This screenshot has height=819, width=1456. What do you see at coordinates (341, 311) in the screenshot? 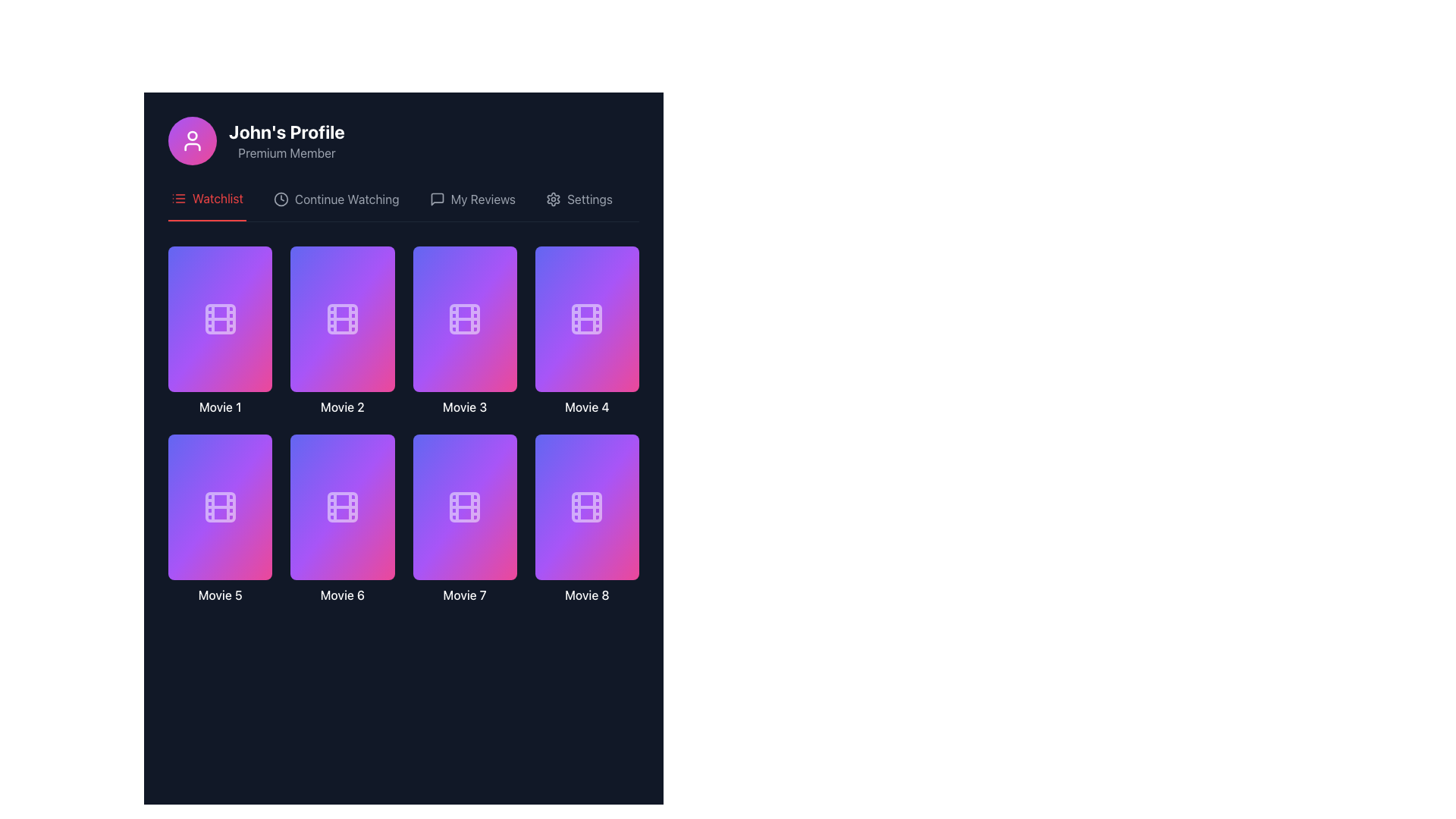
I see `the Play button (triangle within a circular red button) to initiate playback of the movie 'Movie 2'` at bounding box center [341, 311].